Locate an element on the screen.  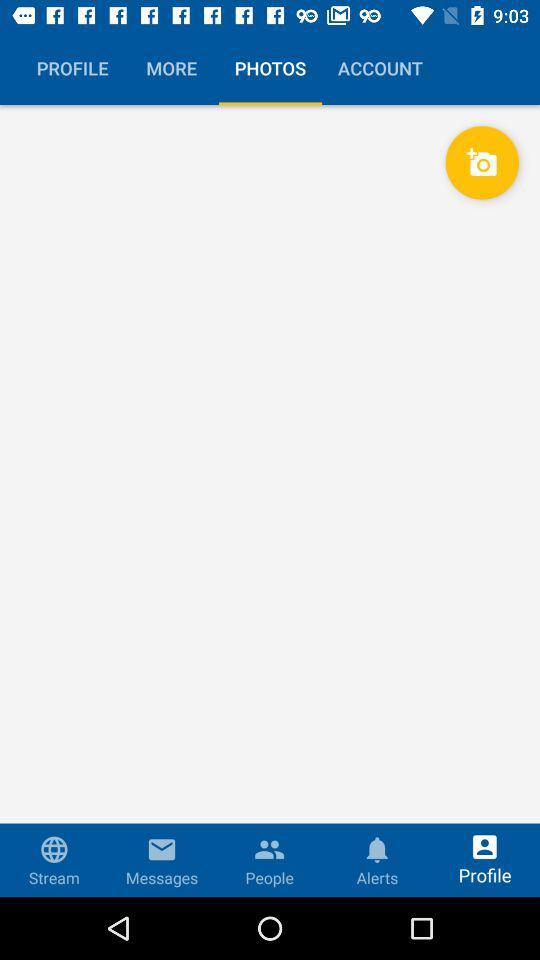
the second button from the left is located at coordinates (171, 68).